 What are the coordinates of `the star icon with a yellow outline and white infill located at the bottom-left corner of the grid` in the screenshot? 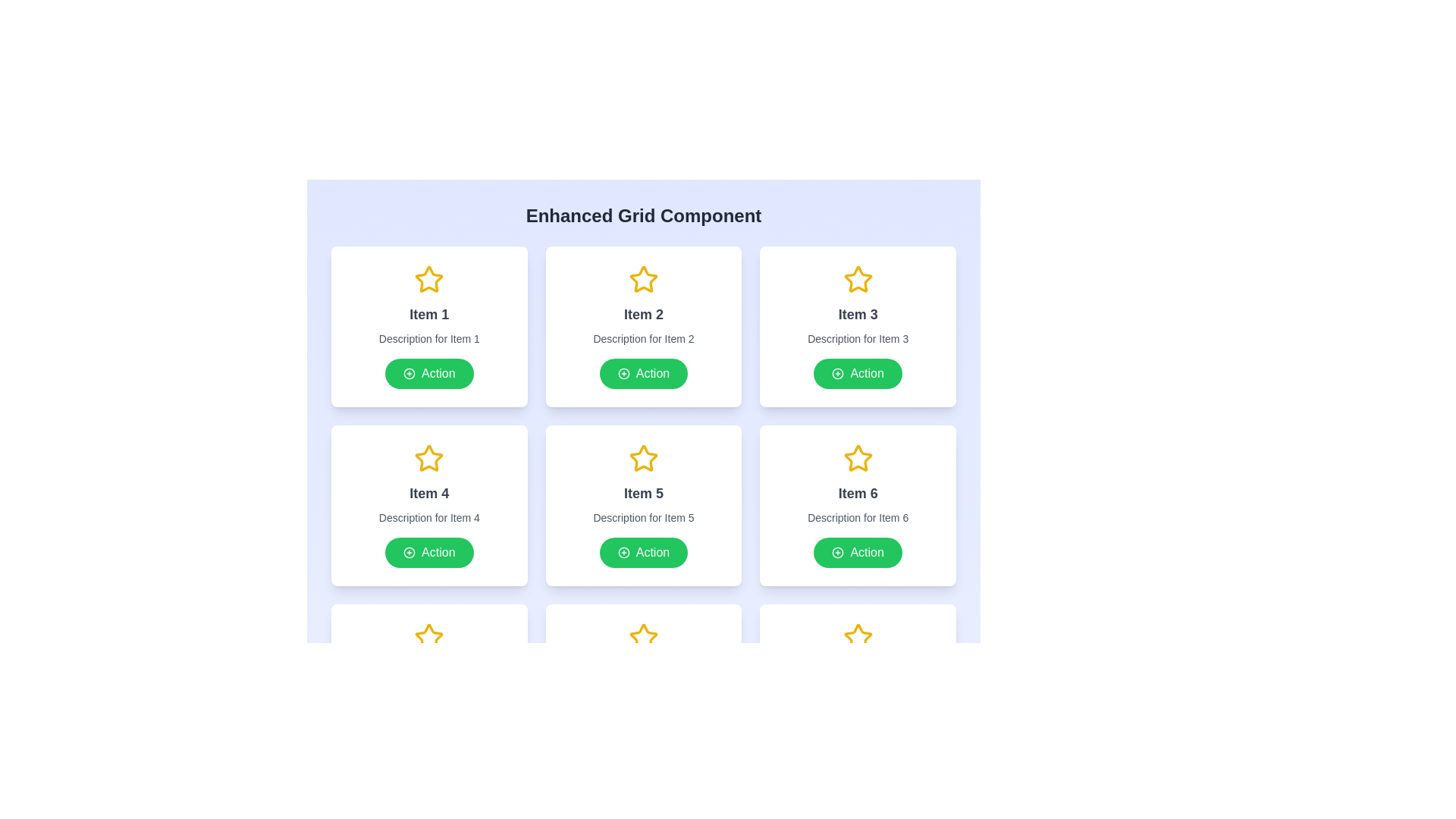 It's located at (428, 637).